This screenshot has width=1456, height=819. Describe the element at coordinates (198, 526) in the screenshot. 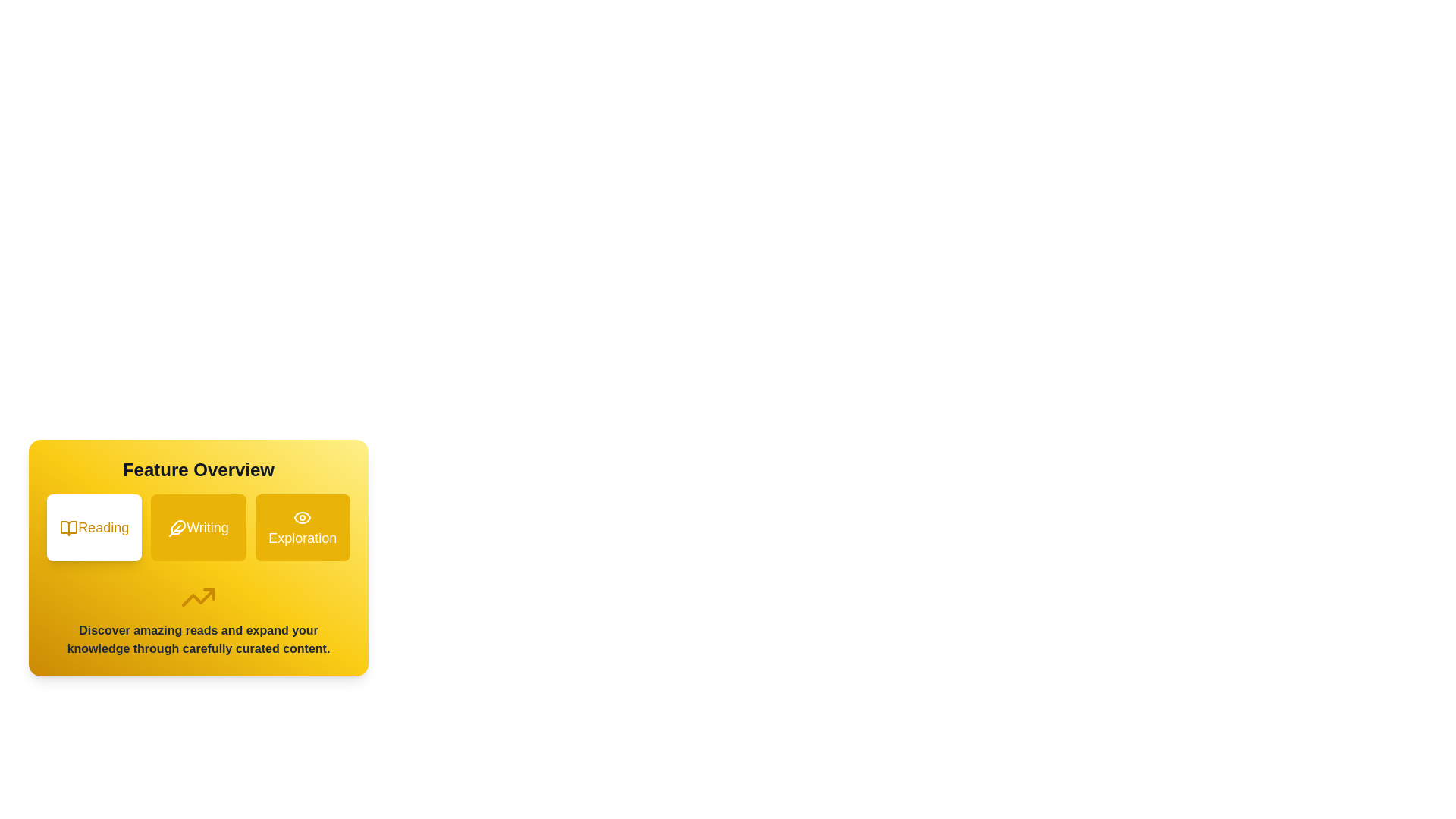

I see `the yellow 'Writing' button with white text and a feather icon` at that location.